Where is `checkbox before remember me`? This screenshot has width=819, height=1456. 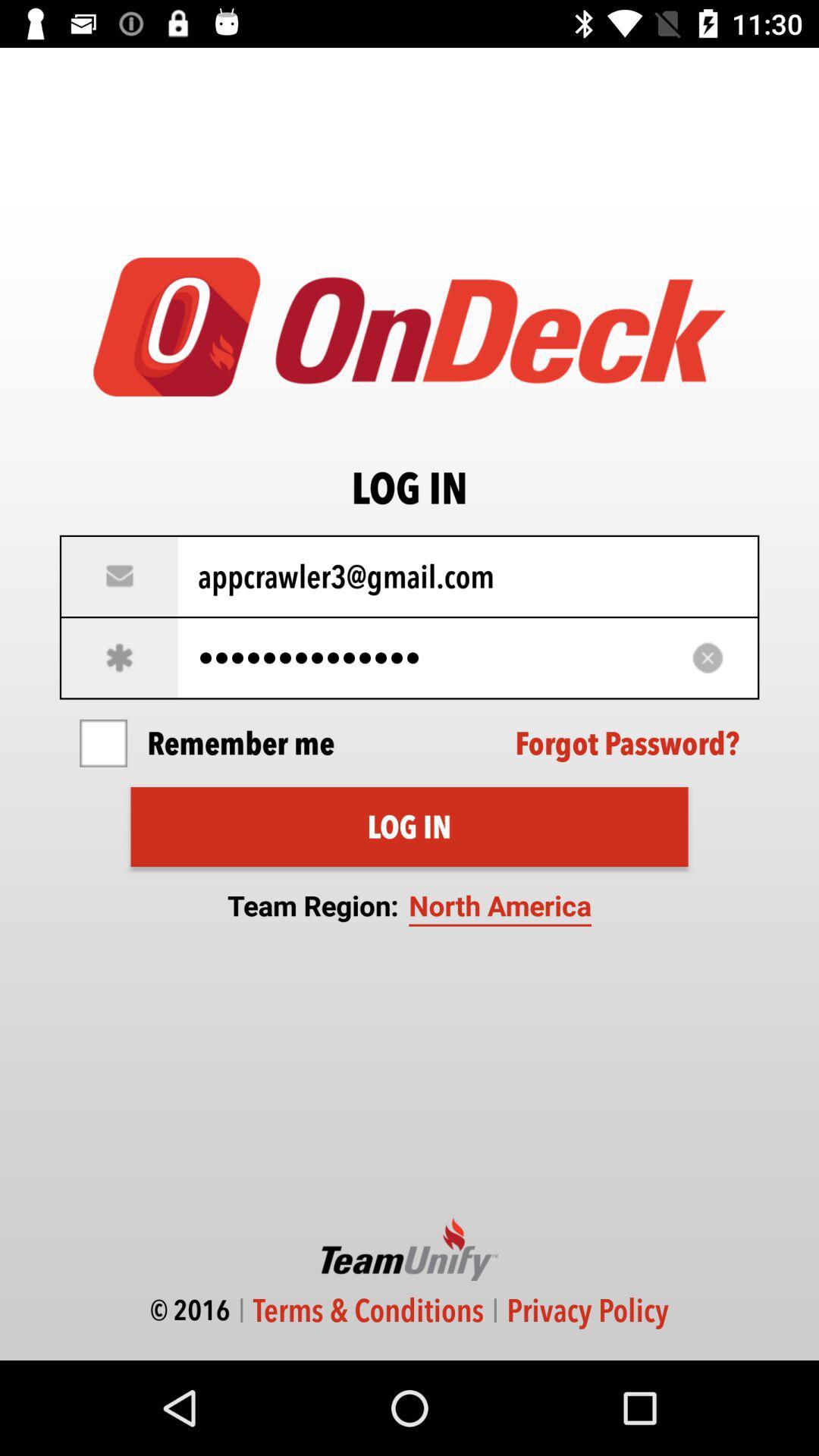
checkbox before remember me is located at coordinates (102, 743).